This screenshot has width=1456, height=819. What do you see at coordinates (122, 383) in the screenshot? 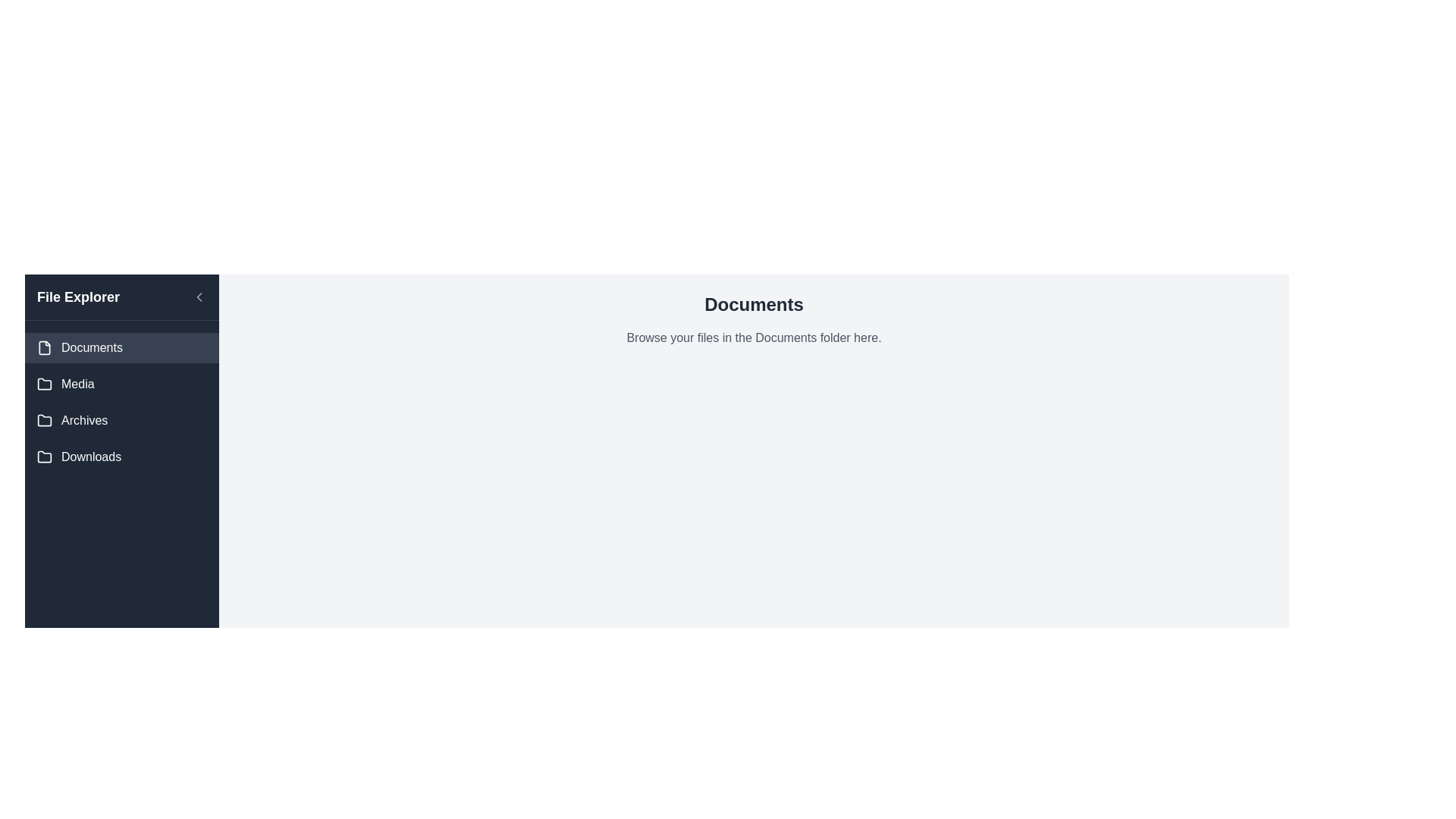
I see `the 'Media' navigation button located in the sidebar menu, which is positioned between 'Documents' and 'Archives'` at bounding box center [122, 383].